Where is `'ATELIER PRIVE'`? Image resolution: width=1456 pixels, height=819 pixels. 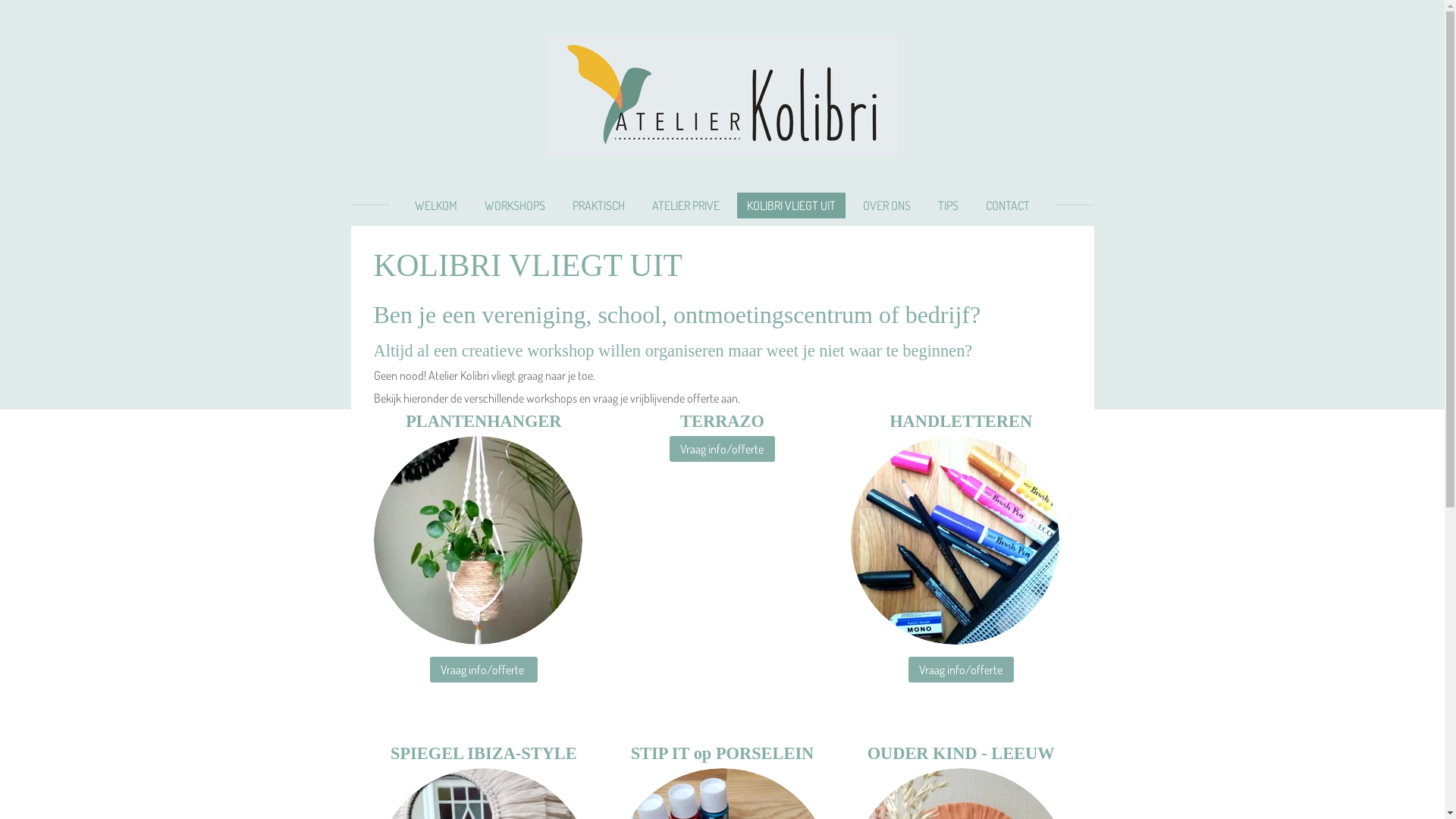
'ATELIER PRIVE' is located at coordinates (685, 205).